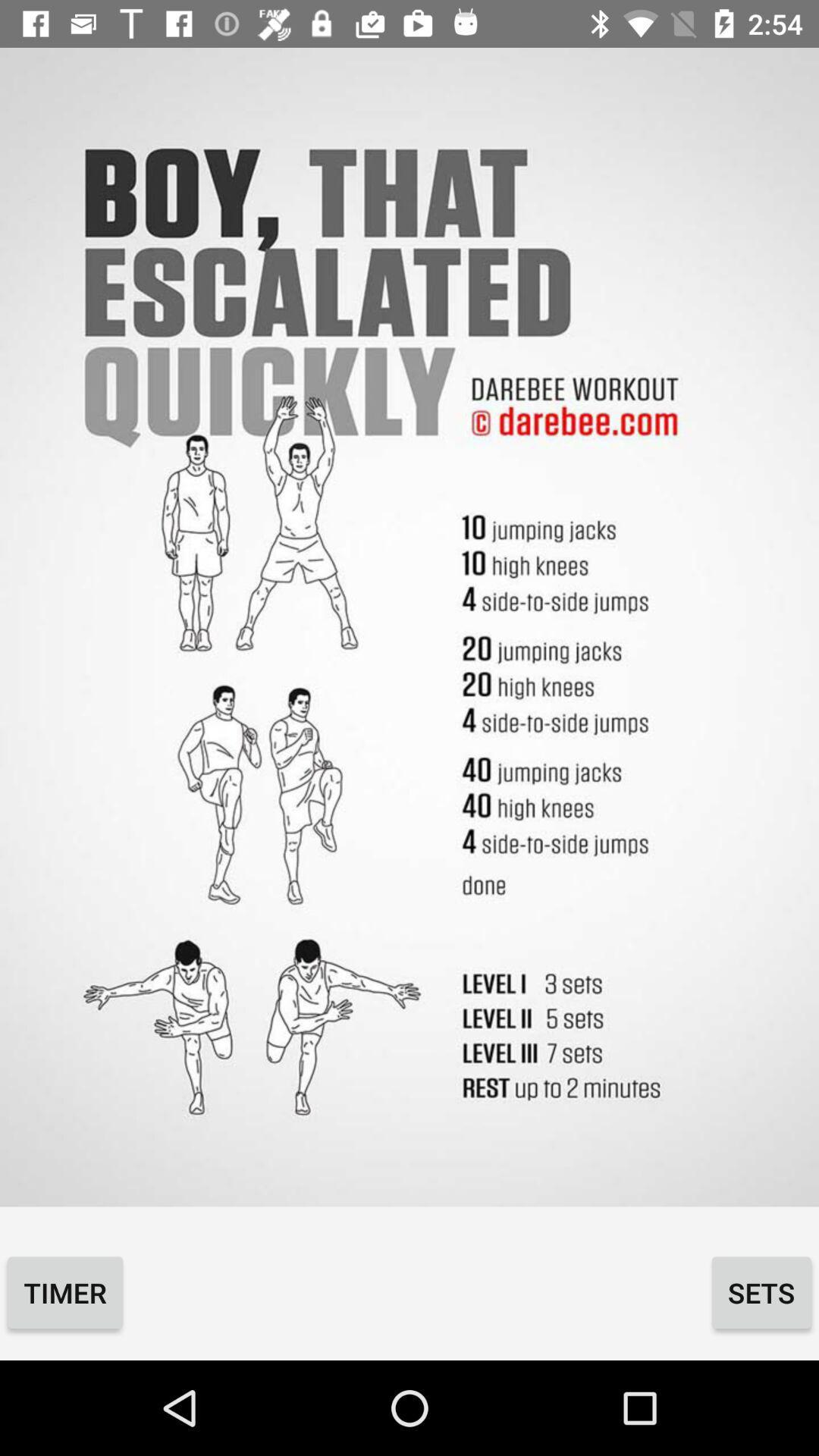  I want to click on the icon to the right of the timer item, so click(761, 1291).